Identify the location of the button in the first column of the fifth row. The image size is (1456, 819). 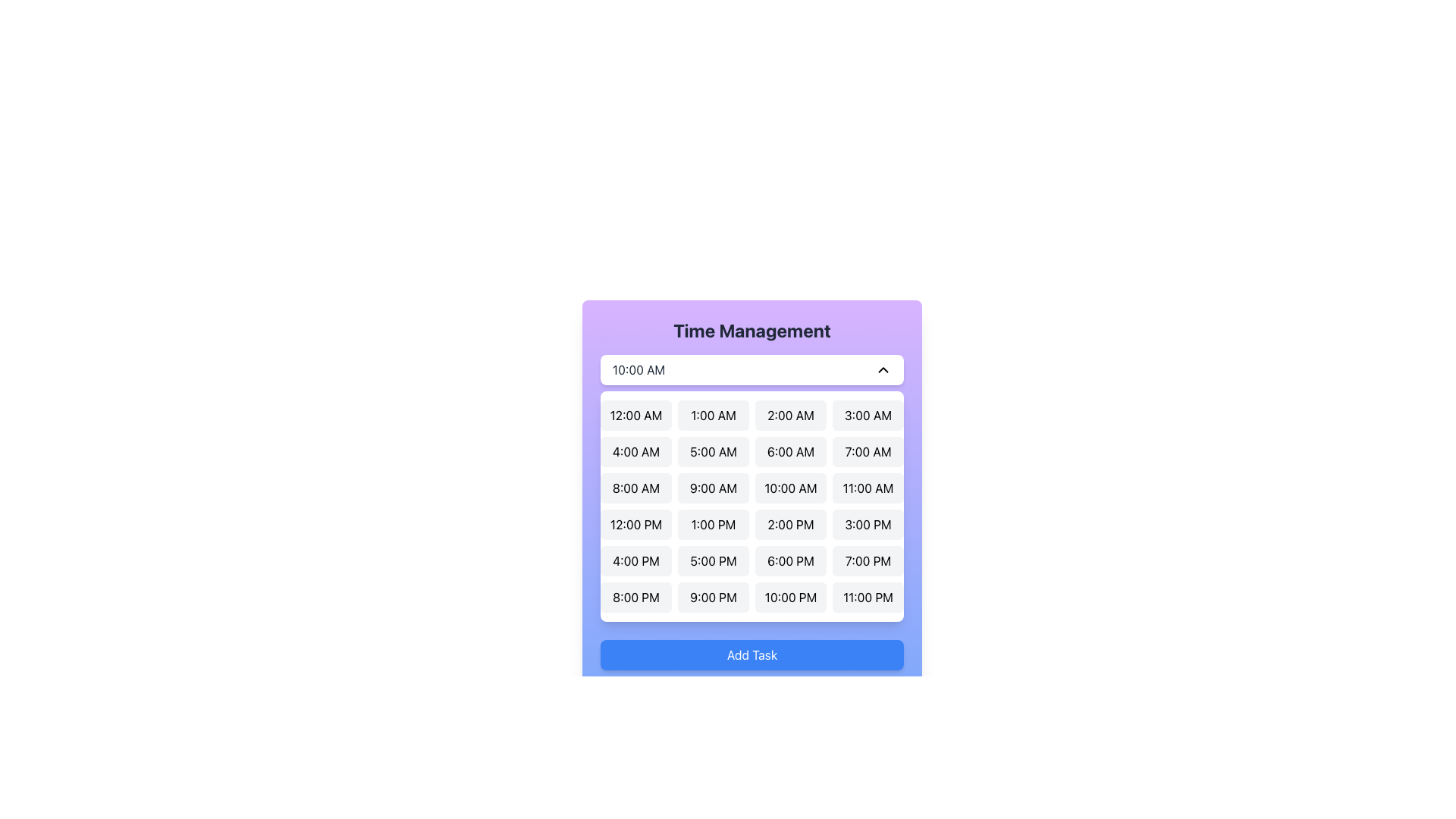
(636, 561).